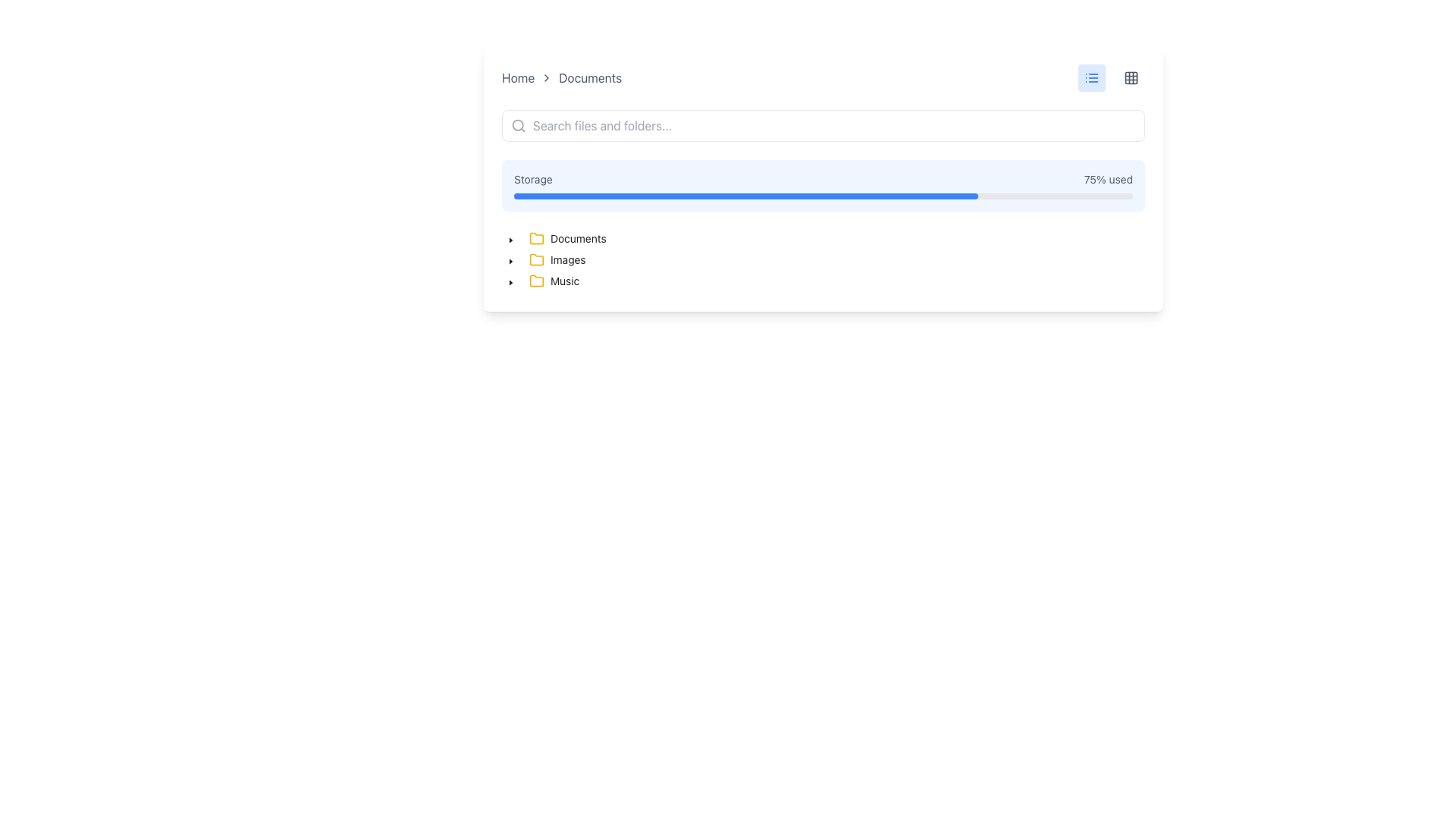  What do you see at coordinates (557, 259) in the screenshot?
I see `the 'Images' folder label in the directory tree view` at bounding box center [557, 259].